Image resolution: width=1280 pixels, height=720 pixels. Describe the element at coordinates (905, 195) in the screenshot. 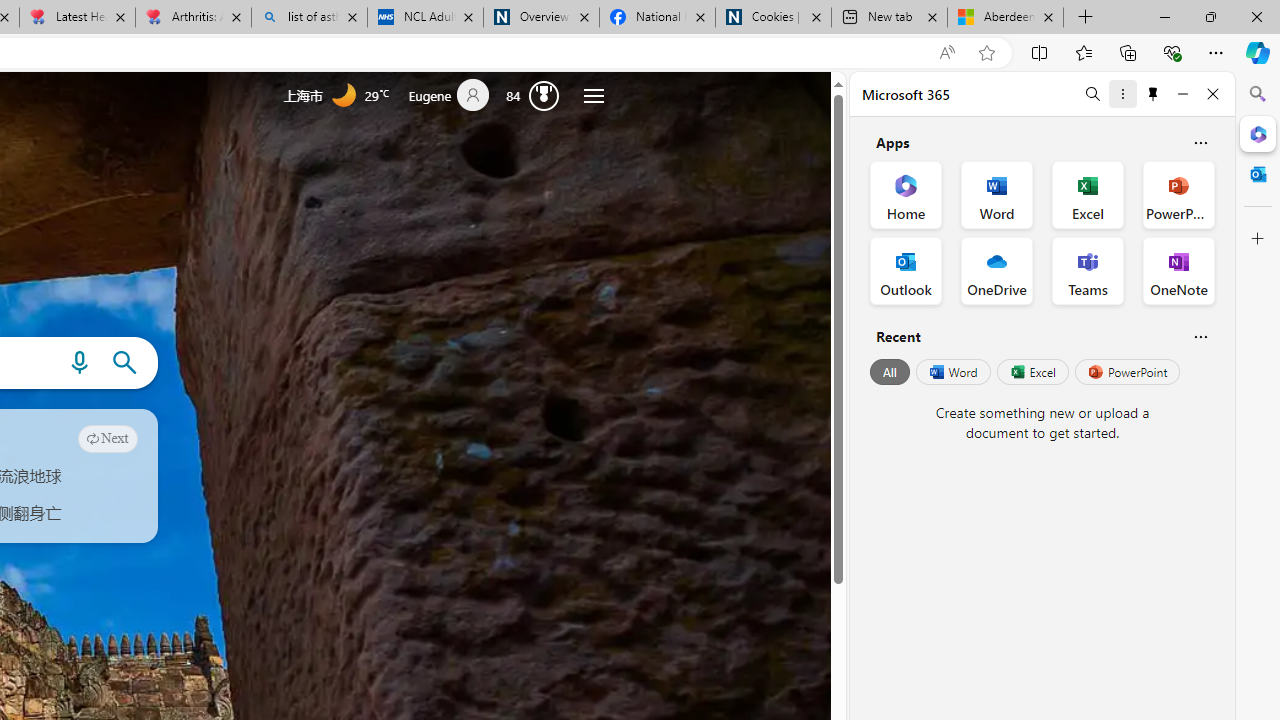

I see `'Home Office App'` at that location.